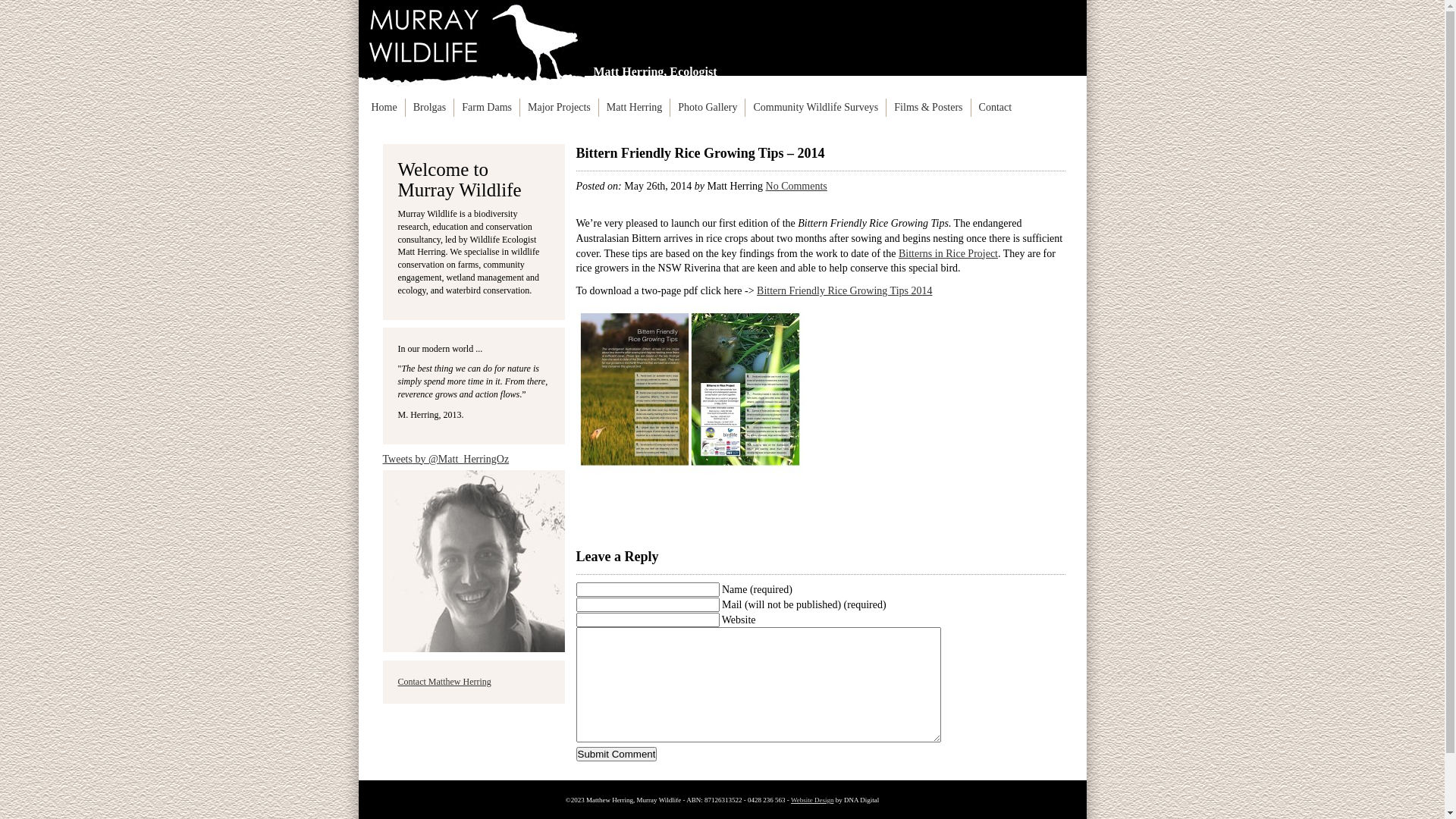 The height and width of the screenshot is (819, 1456). Describe the element at coordinates (669, 107) in the screenshot. I see `'Photo Gallery'` at that location.